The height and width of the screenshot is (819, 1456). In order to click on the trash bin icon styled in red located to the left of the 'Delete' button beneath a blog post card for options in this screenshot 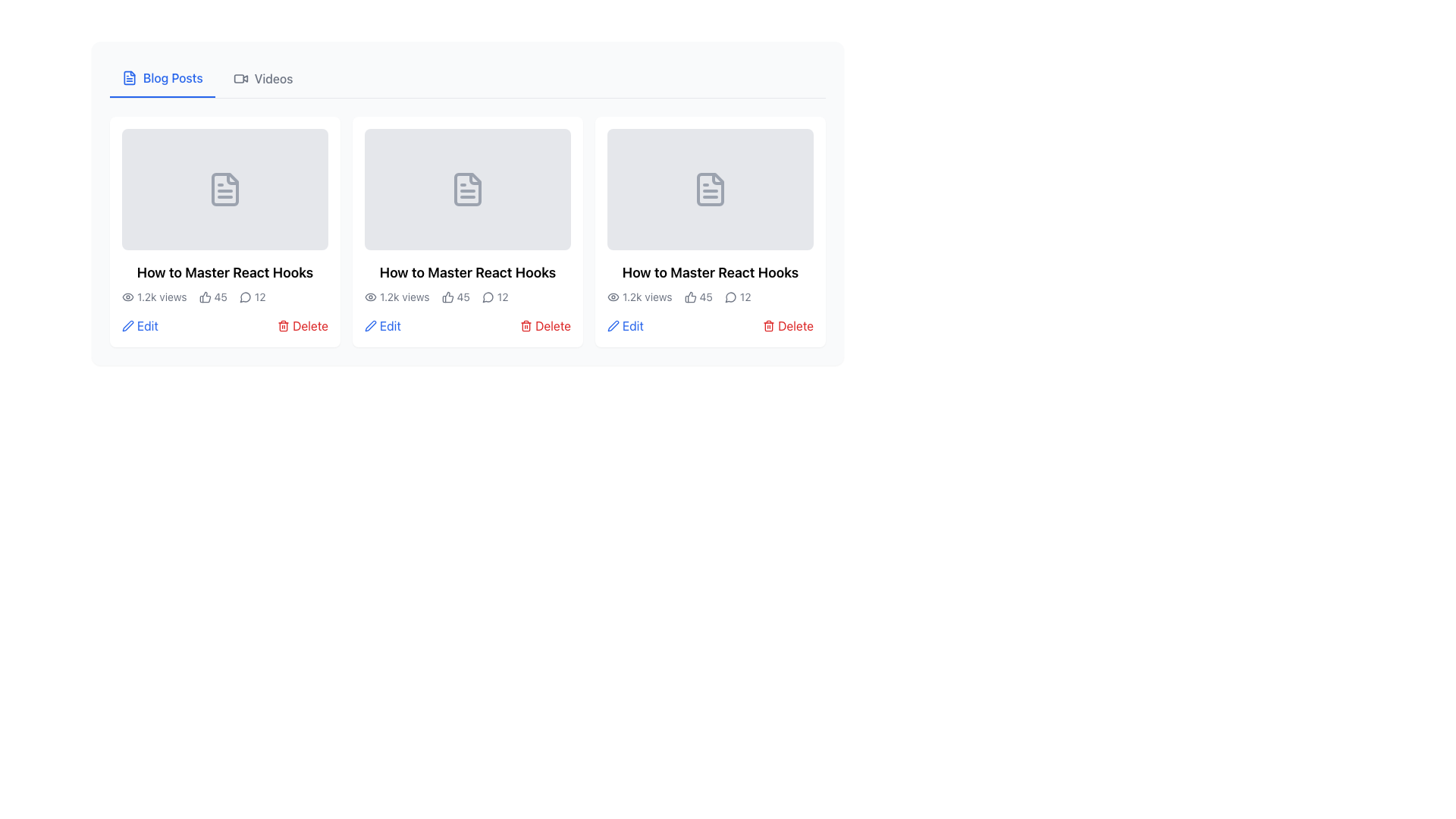, I will do `click(769, 325)`.